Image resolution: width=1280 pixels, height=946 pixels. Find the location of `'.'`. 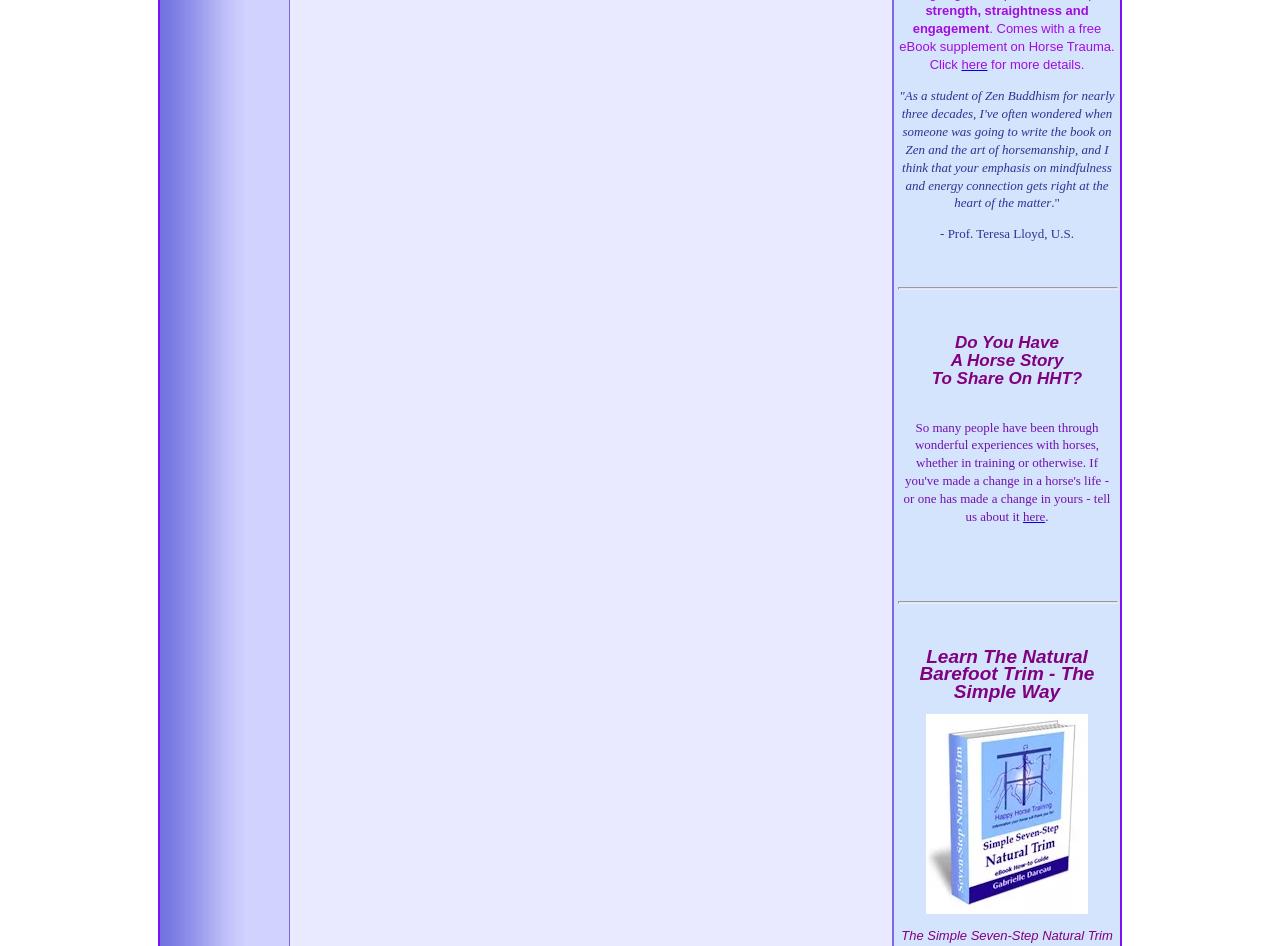

'.' is located at coordinates (1045, 515).